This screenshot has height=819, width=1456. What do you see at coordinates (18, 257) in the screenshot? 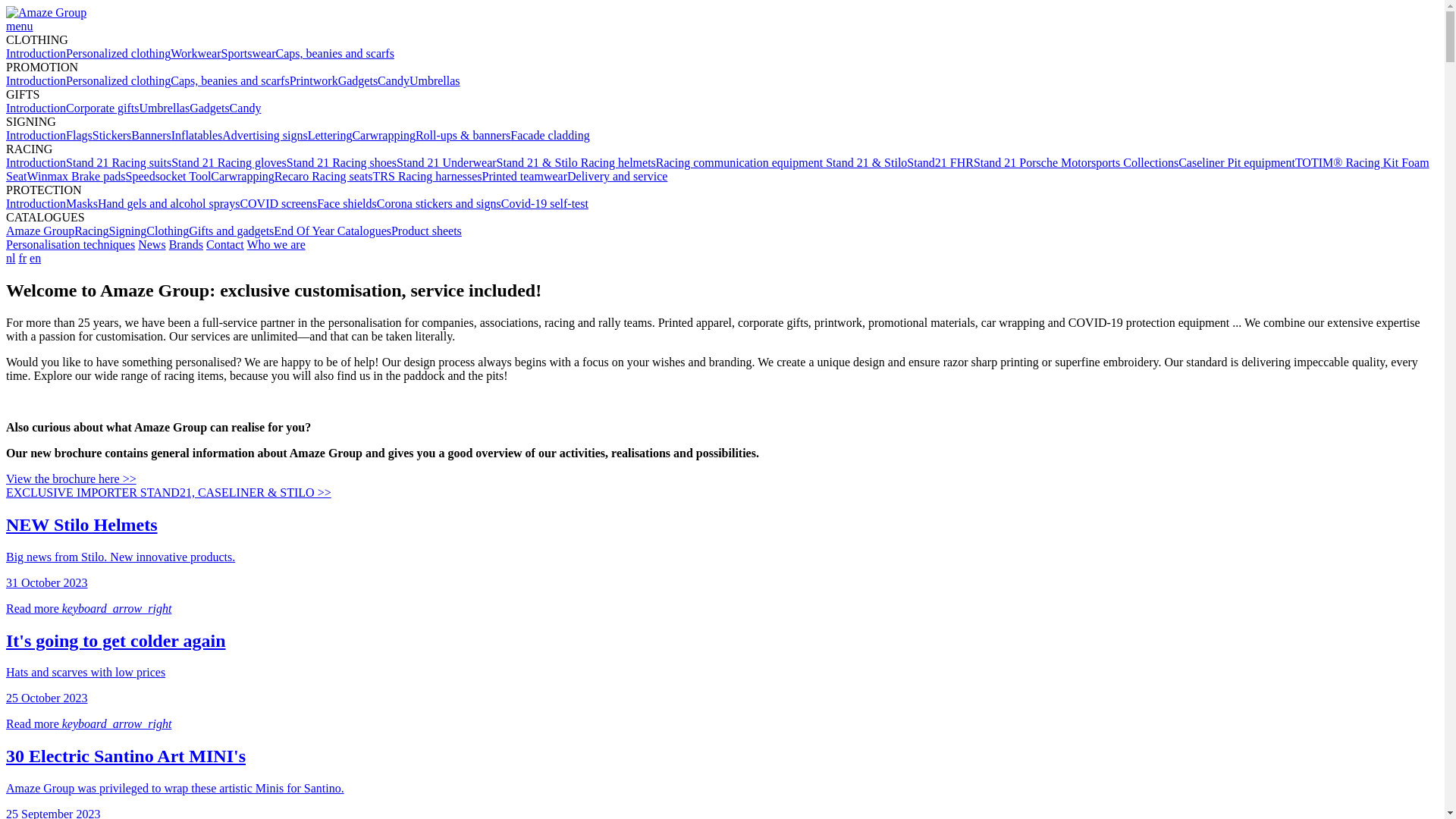
I see `'fr'` at bounding box center [18, 257].